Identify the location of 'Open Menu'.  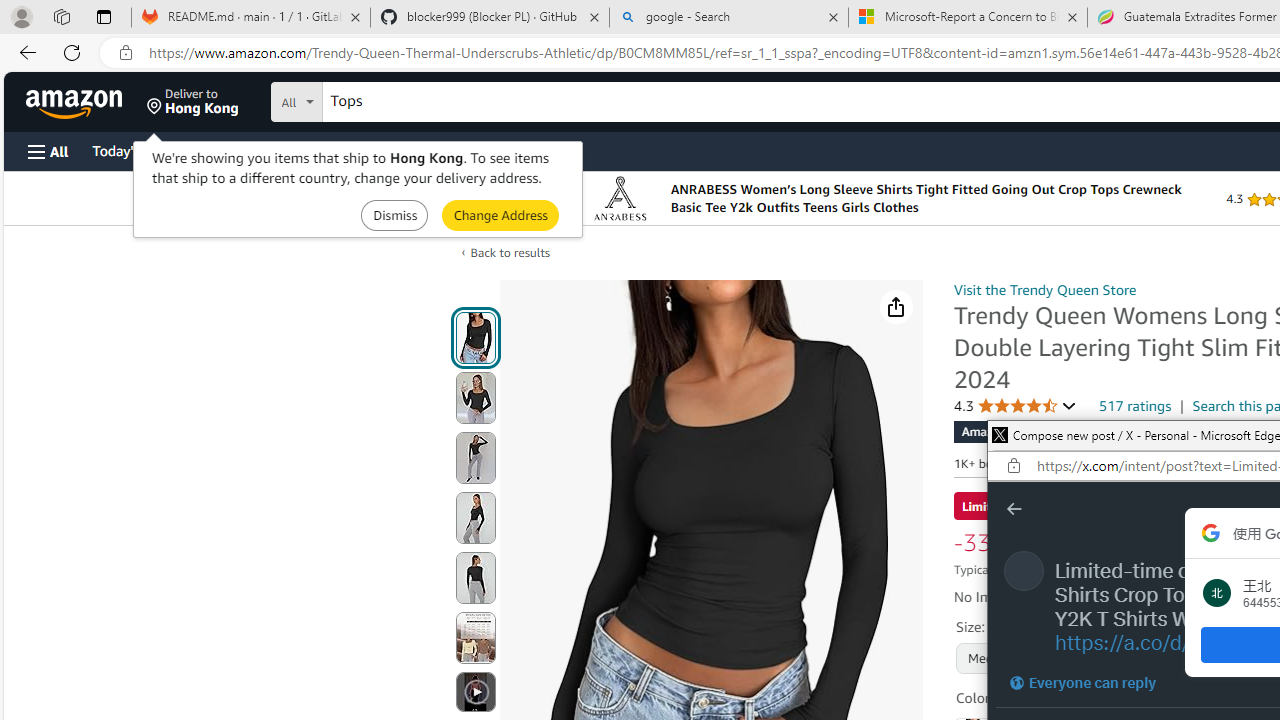
(48, 150).